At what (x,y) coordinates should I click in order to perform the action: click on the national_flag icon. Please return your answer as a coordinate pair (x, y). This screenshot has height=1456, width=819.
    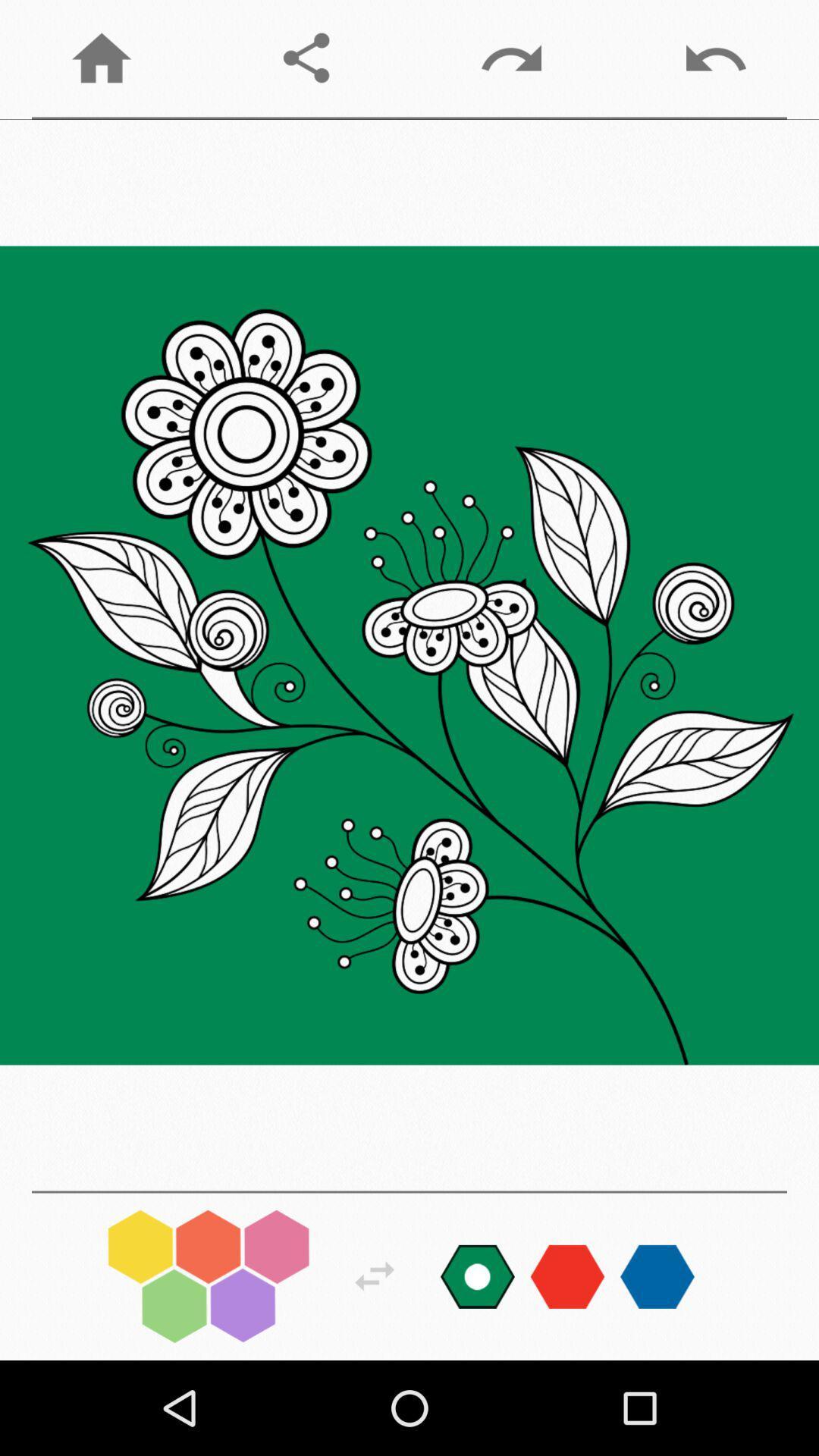
    Looking at the image, I should click on (476, 1276).